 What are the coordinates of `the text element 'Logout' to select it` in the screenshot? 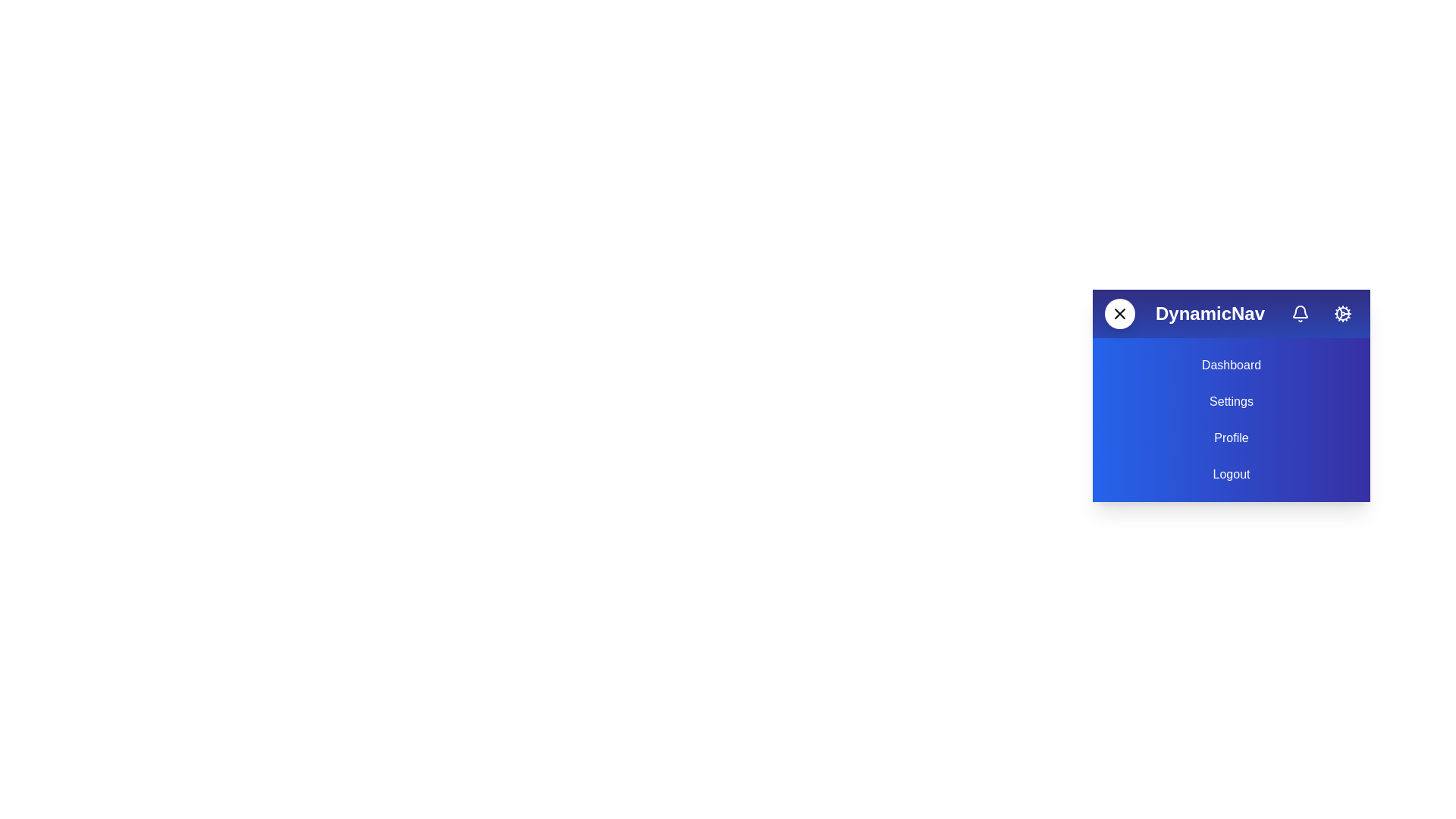 It's located at (1231, 473).